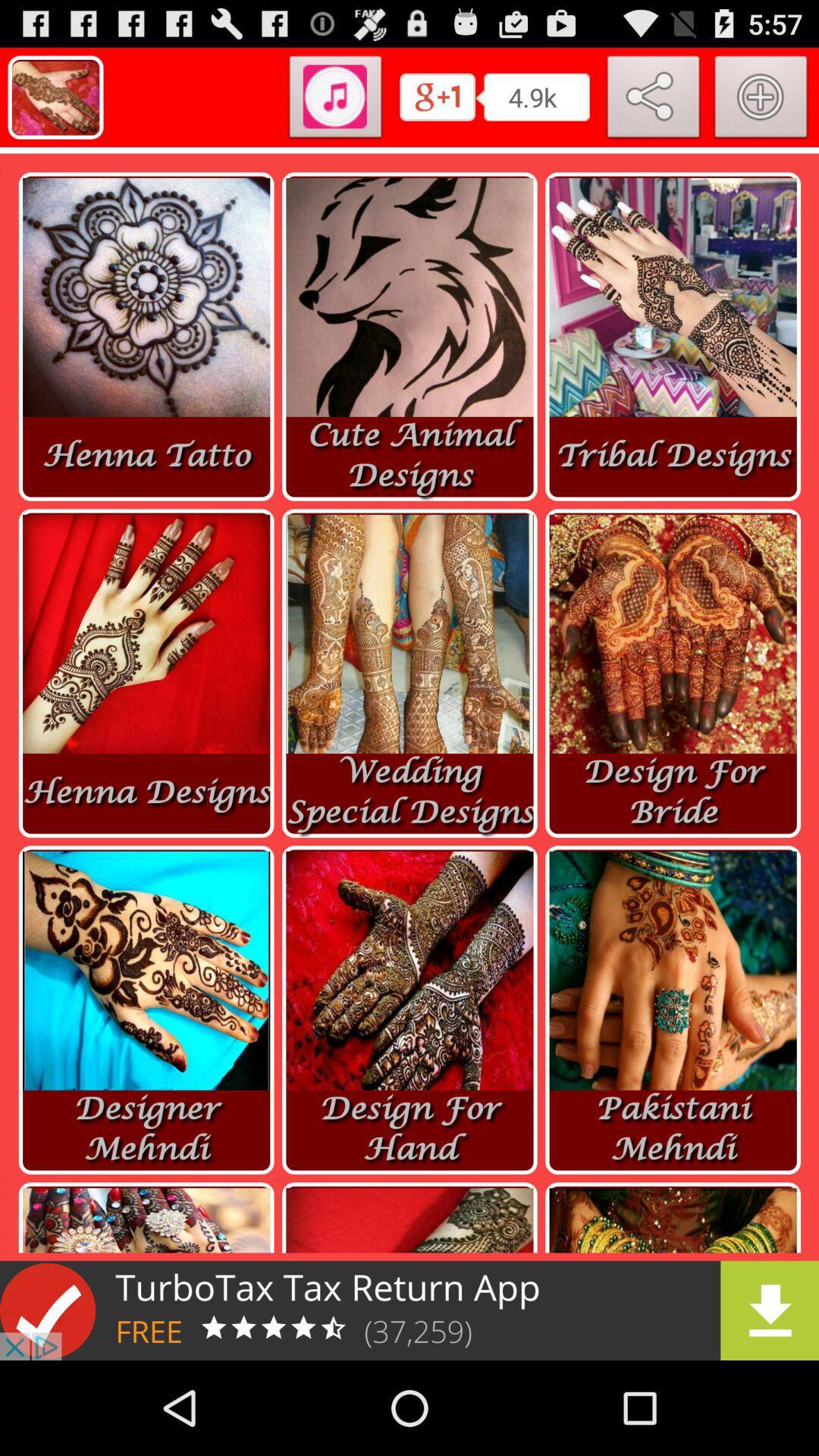 Image resolution: width=819 pixels, height=1456 pixels. Describe the element at coordinates (409, 1310) in the screenshot. I see `app advertisement` at that location.